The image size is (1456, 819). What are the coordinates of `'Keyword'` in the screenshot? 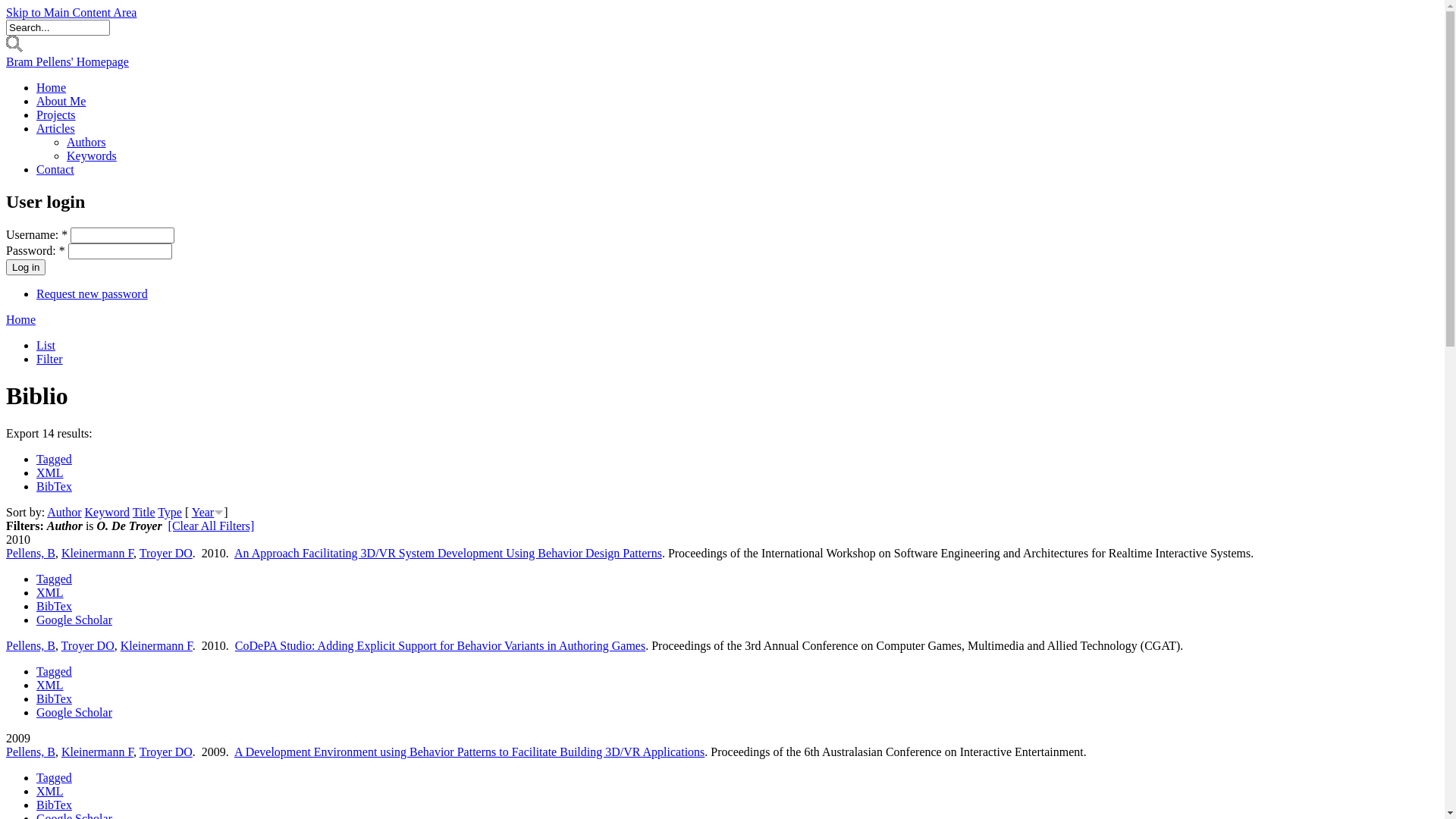 It's located at (107, 512).